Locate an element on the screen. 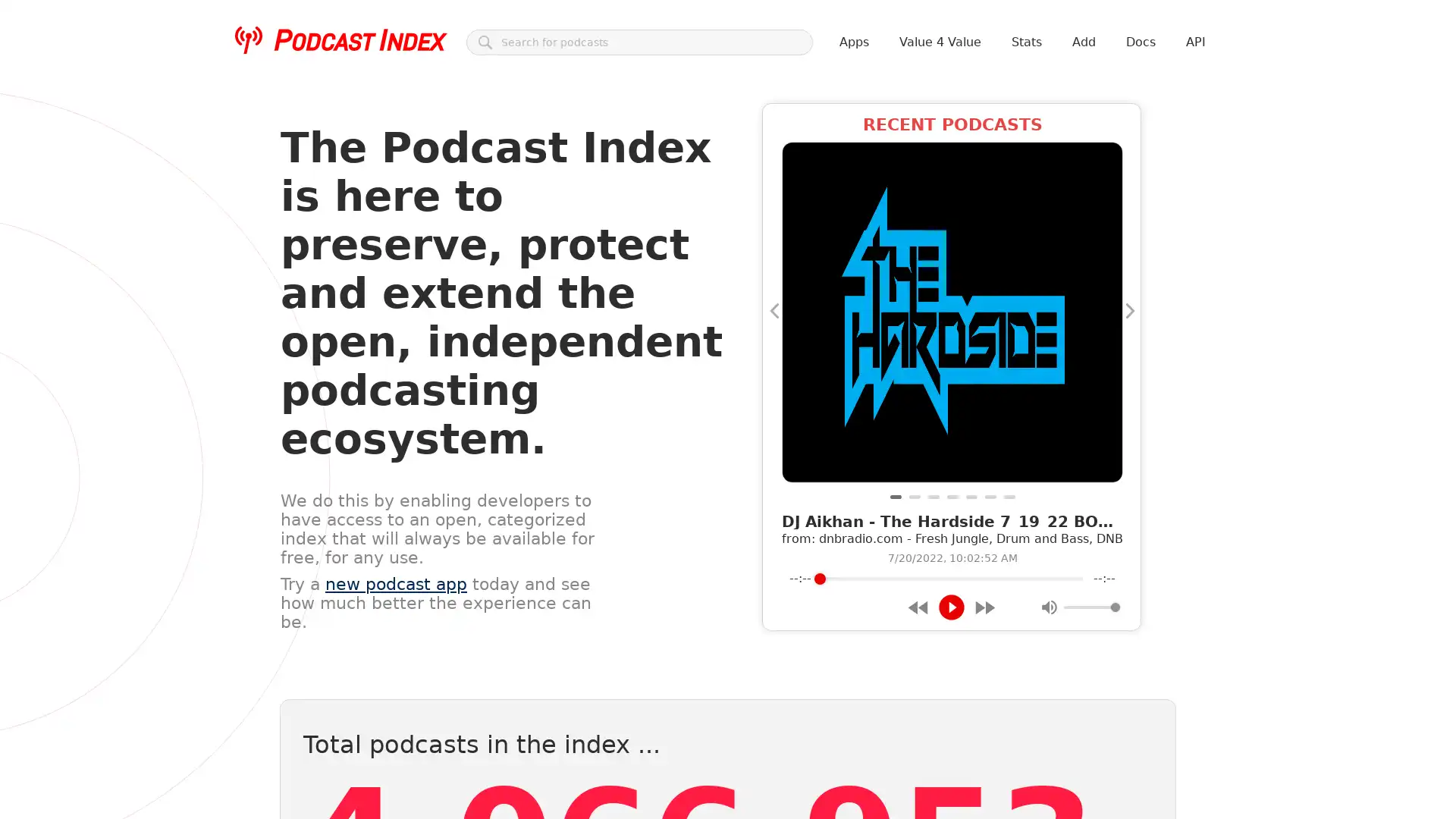  Episode 10 - Websites and Technology at Farmers Markets is located at coordinates (990, 497).